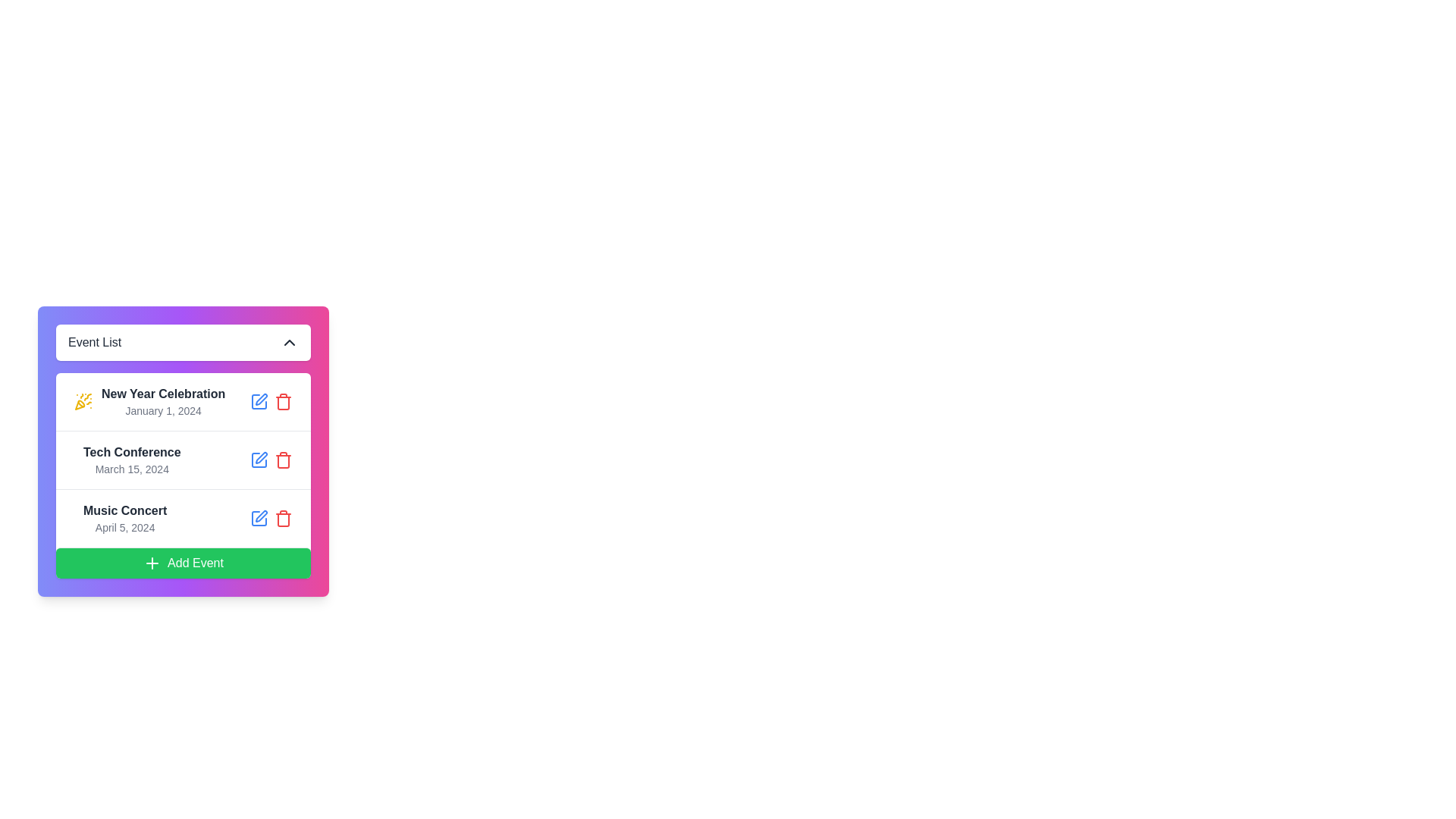 Image resolution: width=1456 pixels, height=819 pixels. Describe the element at coordinates (262, 516) in the screenshot. I see `the icon button for editing details of the 'Music Concert' event, which is the second icon from the right in the corresponding row of the event list` at that location.